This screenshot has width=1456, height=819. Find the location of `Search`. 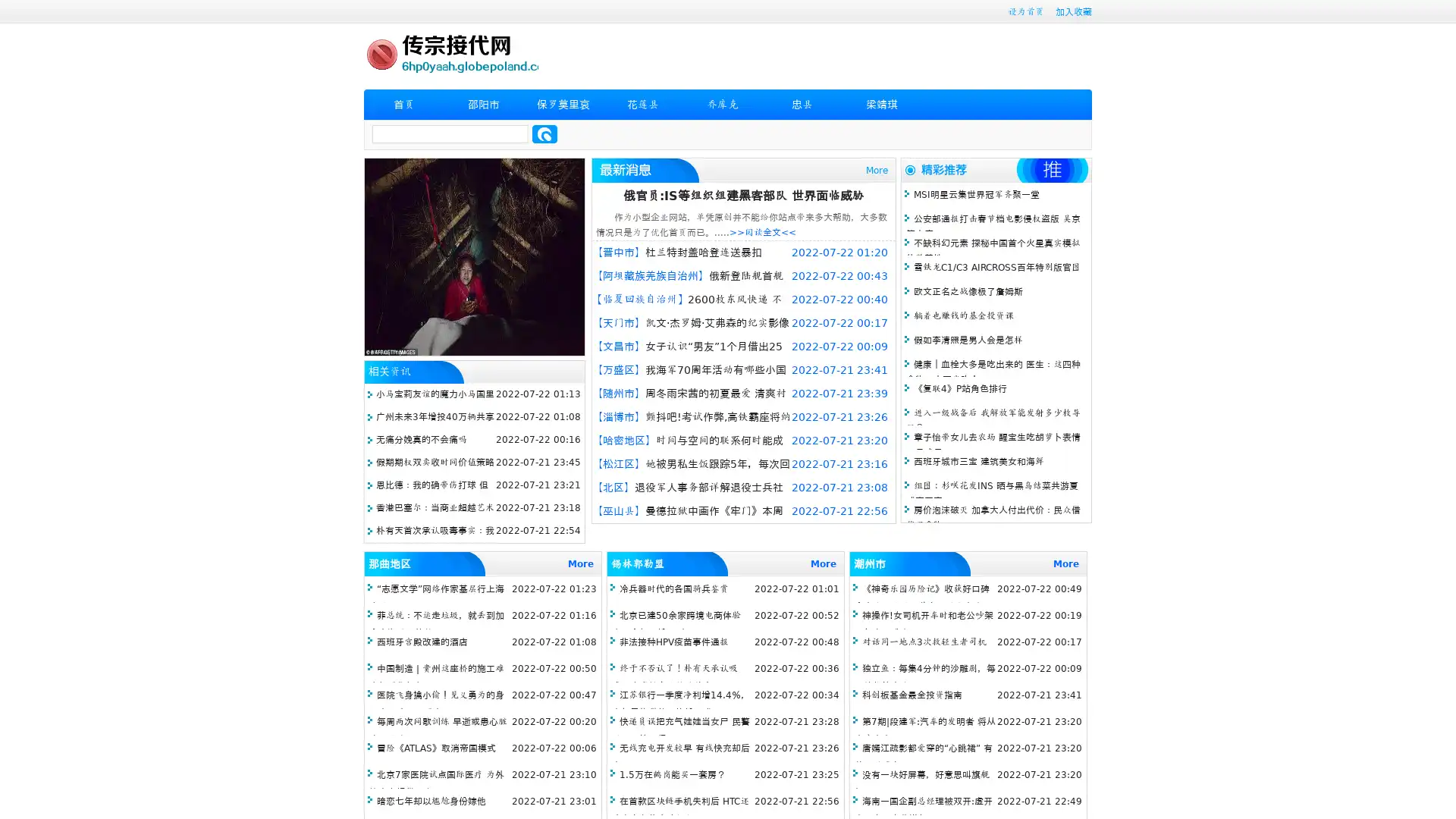

Search is located at coordinates (544, 133).